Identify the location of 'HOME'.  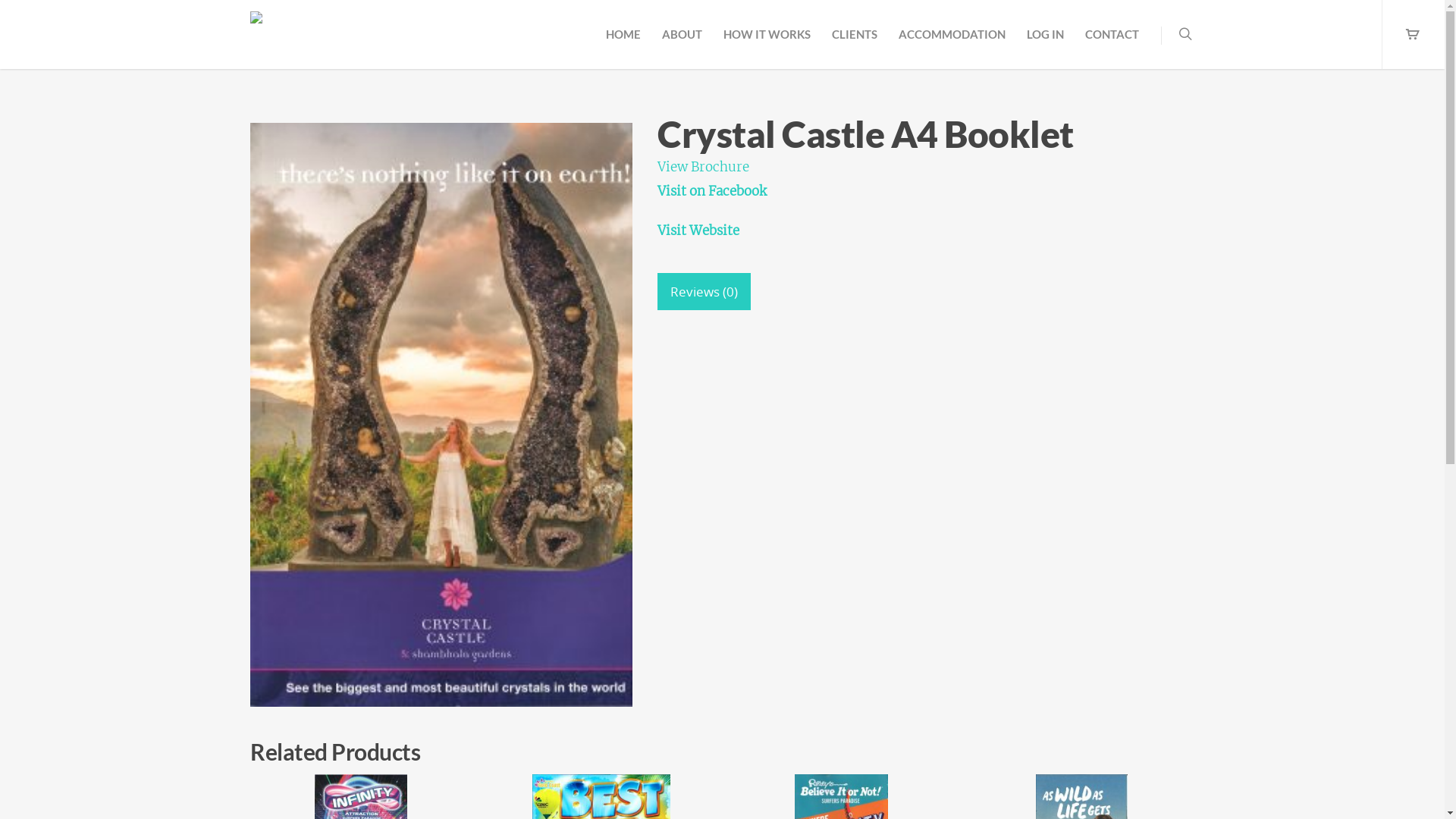
(595, 39).